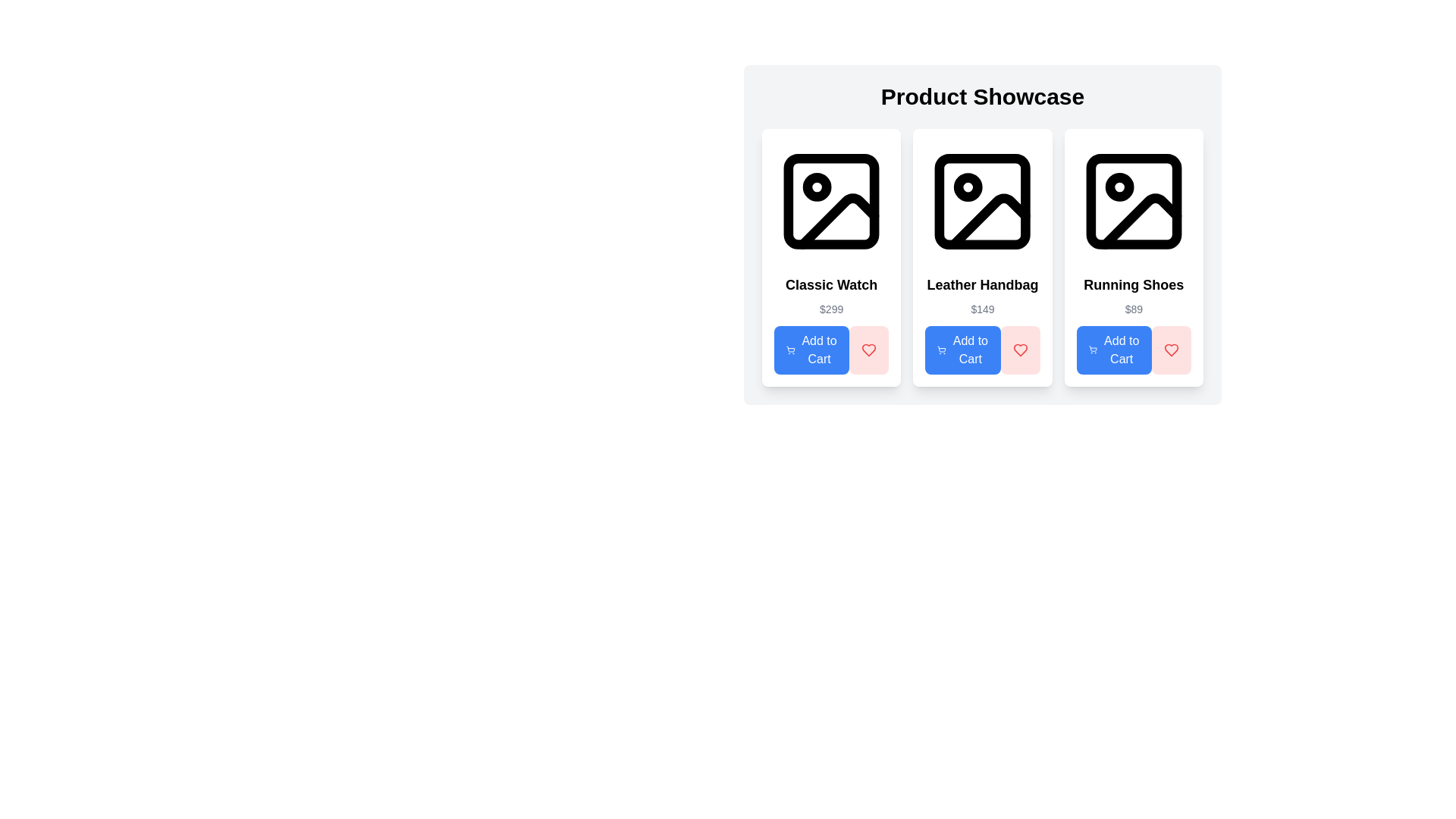 This screenshot has height=819, width=1456. Describe the element at coordinates (1171, 350) in the screenshot. I see `the heart-shaped icon within the third product card for 'Running Shoes' to trigger the tooltip or animation` at that location.